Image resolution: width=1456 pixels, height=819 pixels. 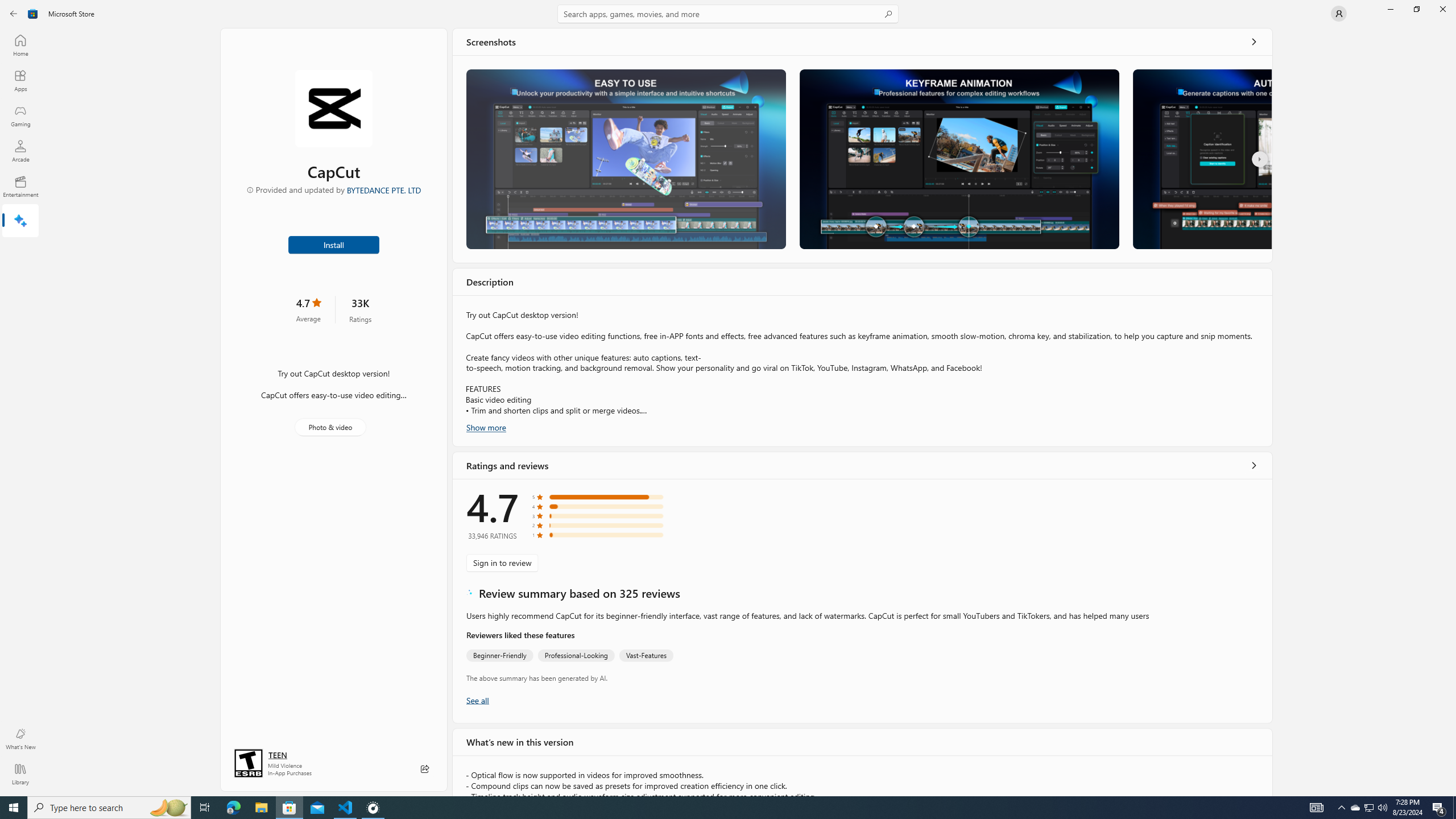 What do you see at coordinates (276, 754) in the screenshot?
I see `'Age rating: TEEN. Click for more information.'` at bounding box center [276, 754].